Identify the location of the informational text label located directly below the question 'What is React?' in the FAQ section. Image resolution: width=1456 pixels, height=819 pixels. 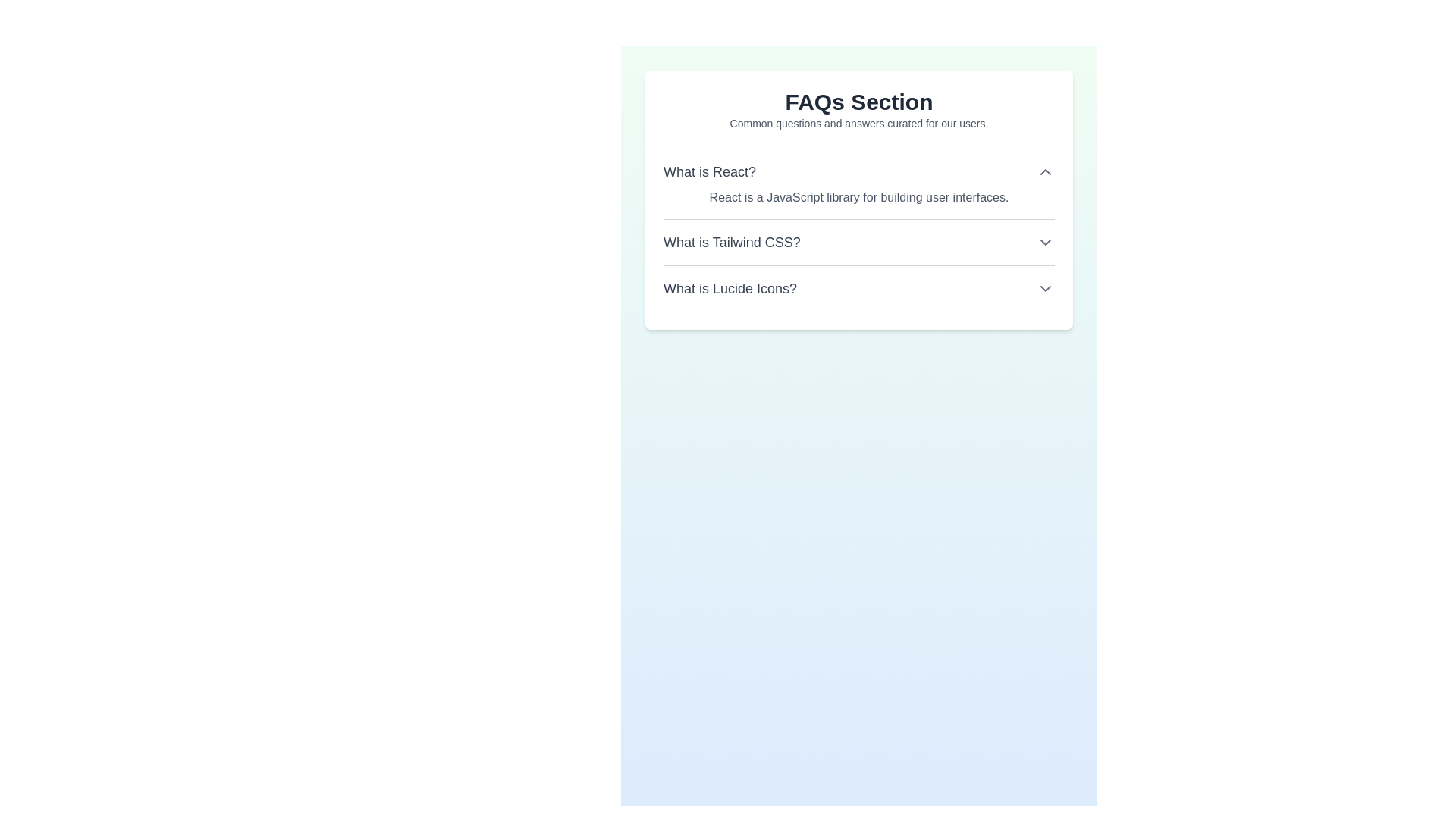
(858, 197).